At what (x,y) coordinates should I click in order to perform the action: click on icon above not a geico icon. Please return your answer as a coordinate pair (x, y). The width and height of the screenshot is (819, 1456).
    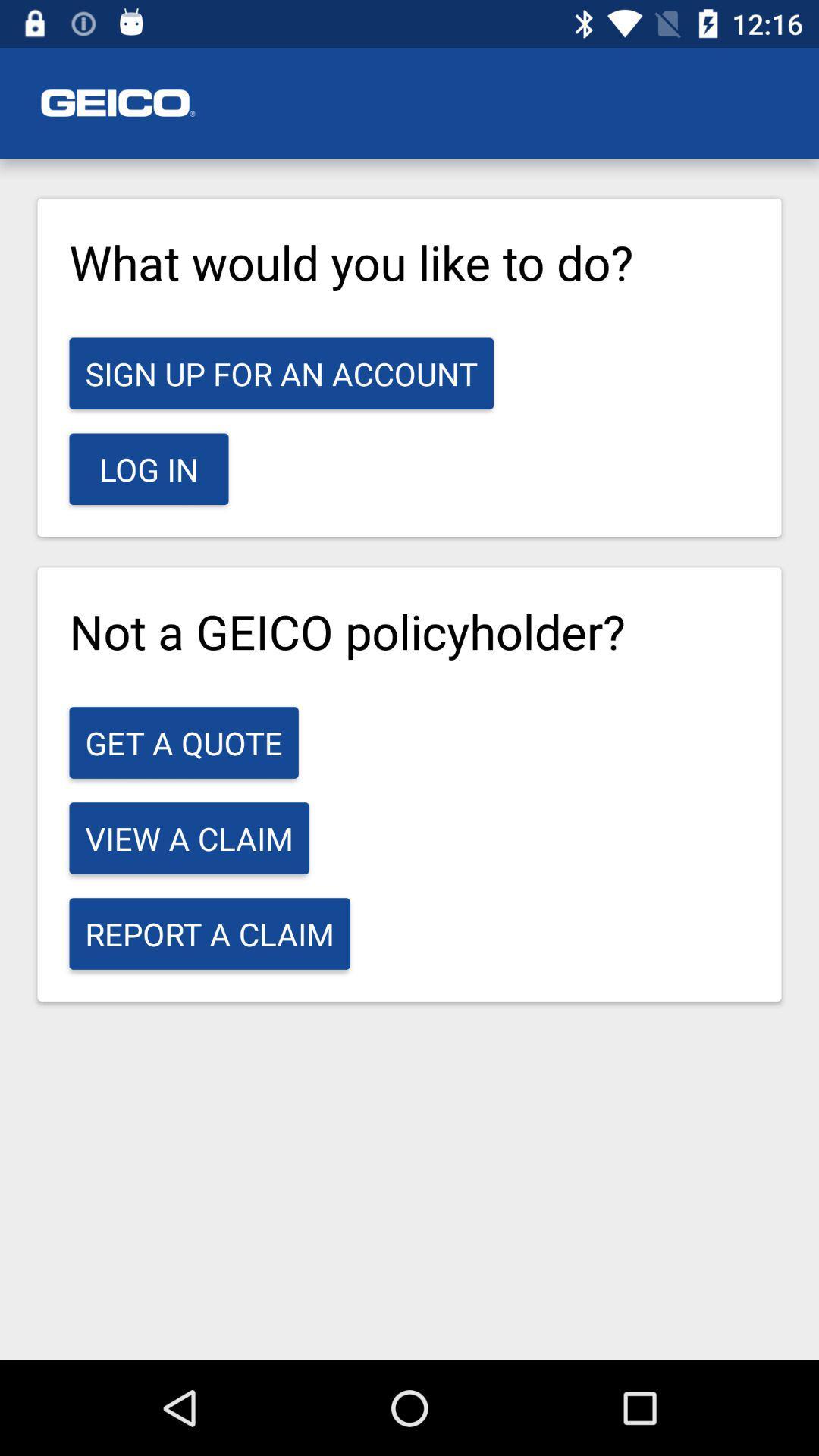
    Looking at the image, I should click on (149, 468).